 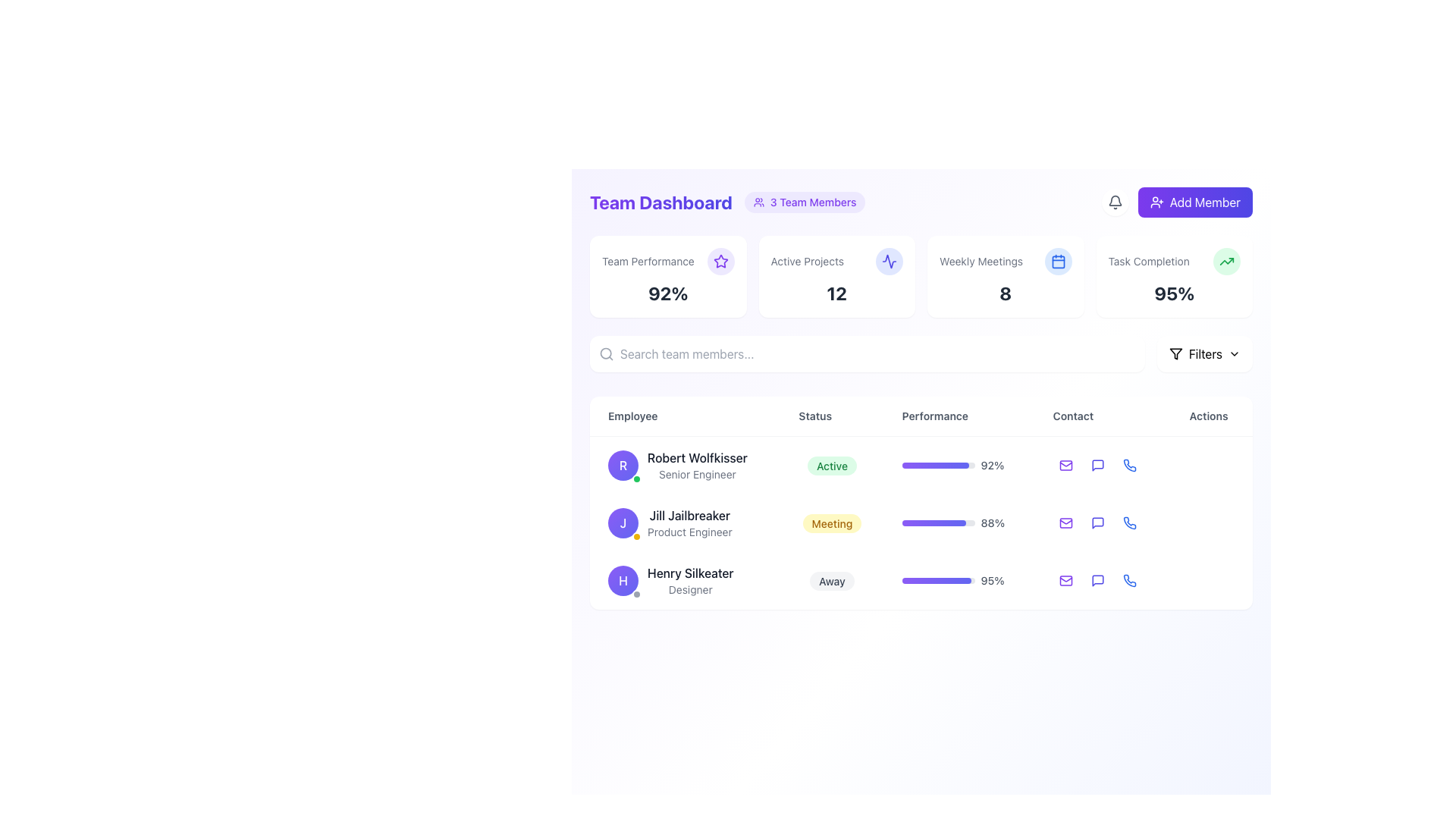 What do you see at coordinates (689, 522) in the screenshot?
I see `text display element that shows 'Jill Jailbreaker' and 'Product Engineer', located in the second row under the 'Employee' column of the table layout` at bounding box center [689, 522].